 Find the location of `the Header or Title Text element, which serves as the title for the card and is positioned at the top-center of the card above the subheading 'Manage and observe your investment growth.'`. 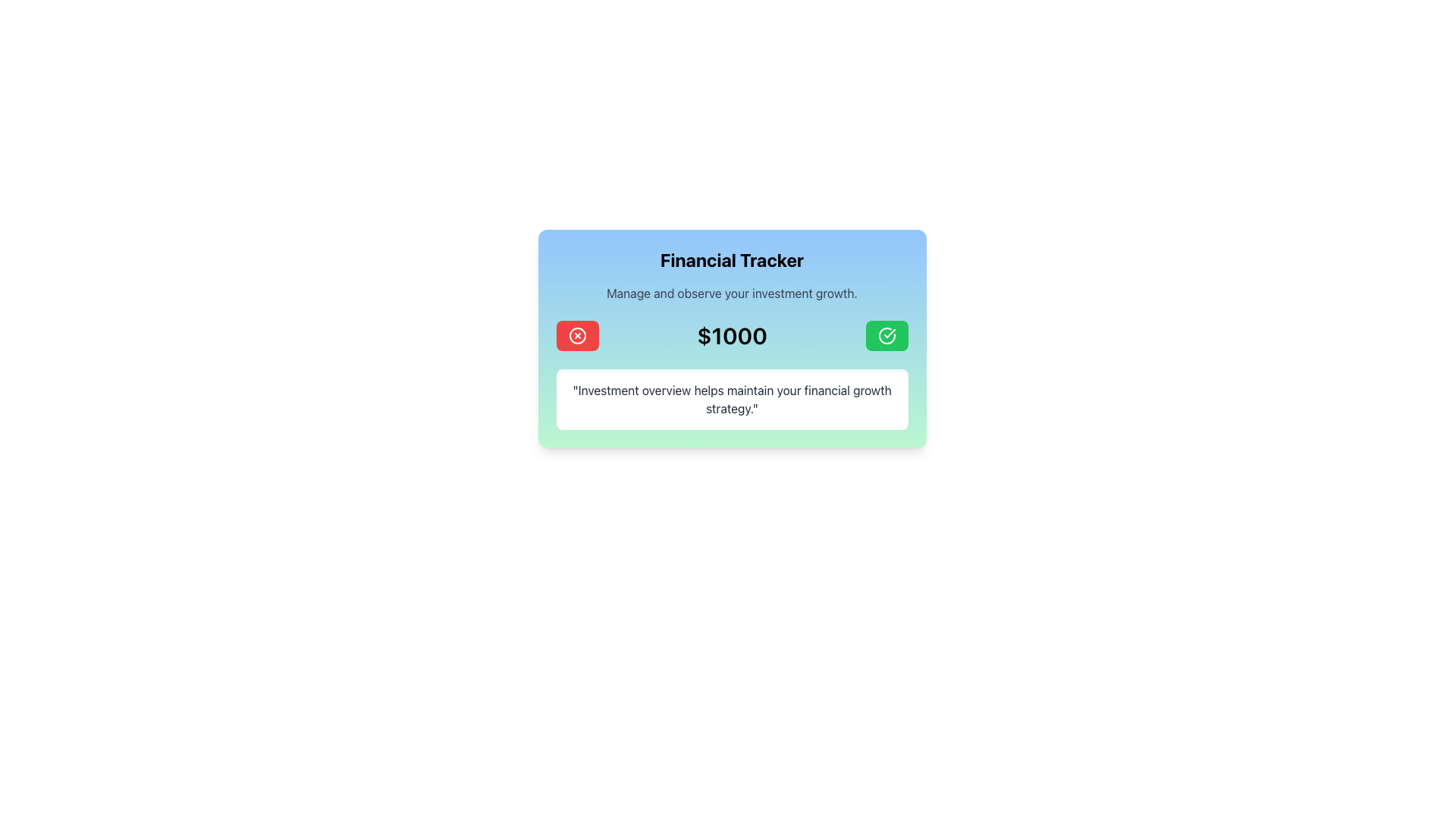

the Header or Title Text element, which serves as the title for the card and is positioned at the top-center of the card above the subheading 'Manage and observe your investment growth.' is located at coordinates (732, 259).